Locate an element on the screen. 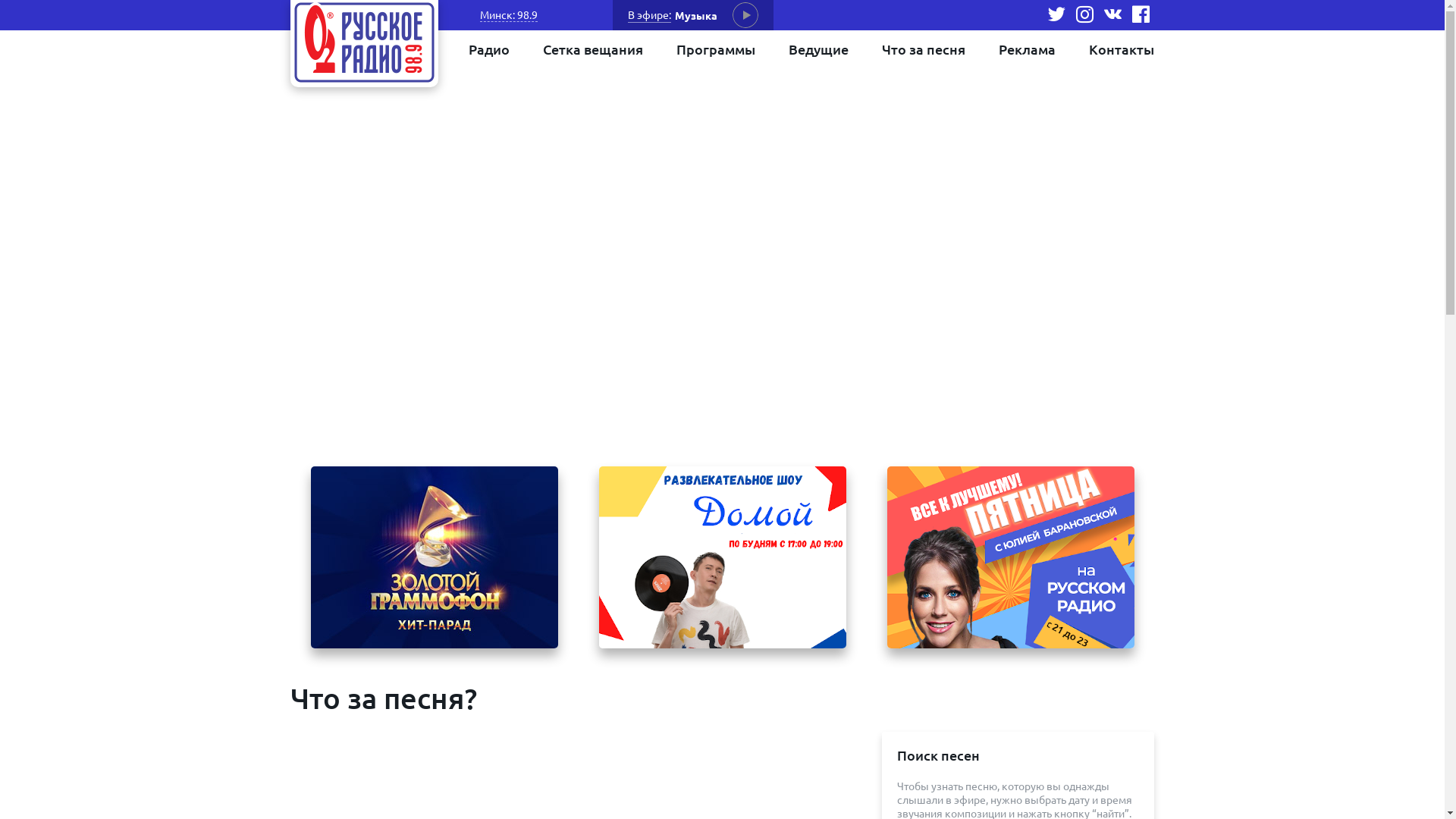 The width and height of the screenshot is (1456, 819). 'vk' is located at coordinates (1112, 14).